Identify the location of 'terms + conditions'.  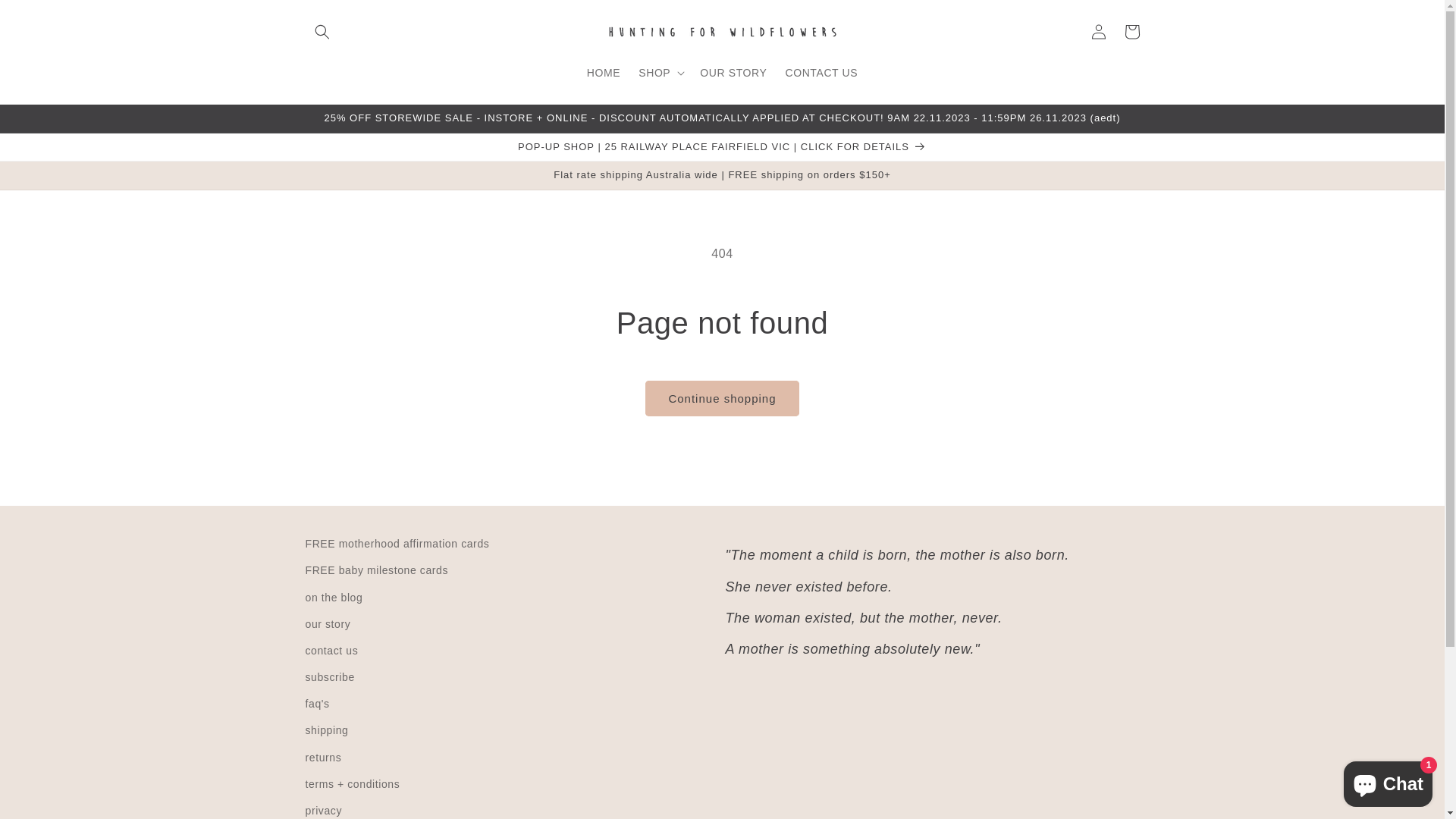
(351, 784).